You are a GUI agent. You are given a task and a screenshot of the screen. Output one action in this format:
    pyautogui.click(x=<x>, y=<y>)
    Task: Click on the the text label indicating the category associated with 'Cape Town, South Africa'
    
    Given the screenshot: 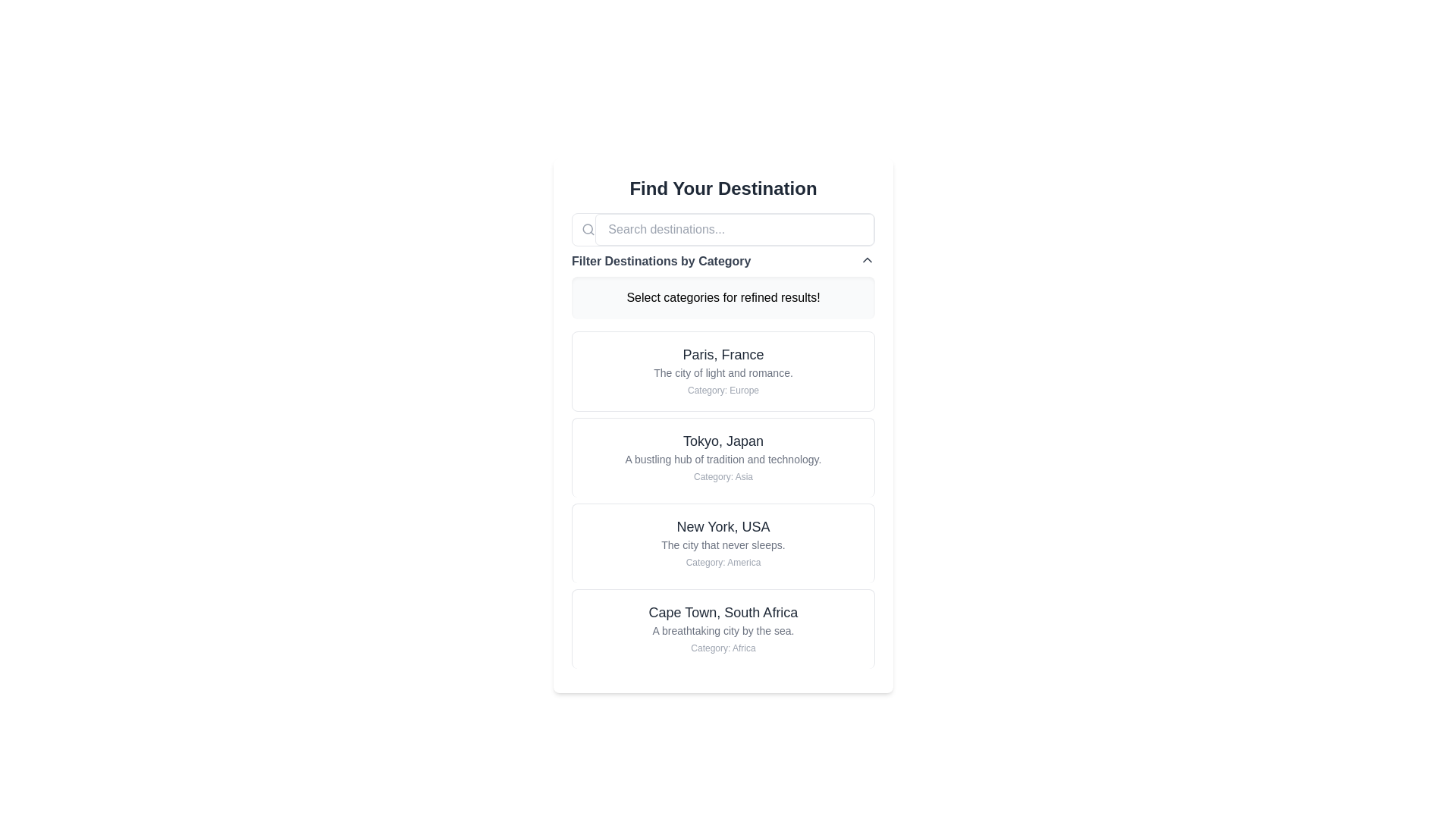 What is the action you would take?
    pyautogui.click(x=723, y=648)
    